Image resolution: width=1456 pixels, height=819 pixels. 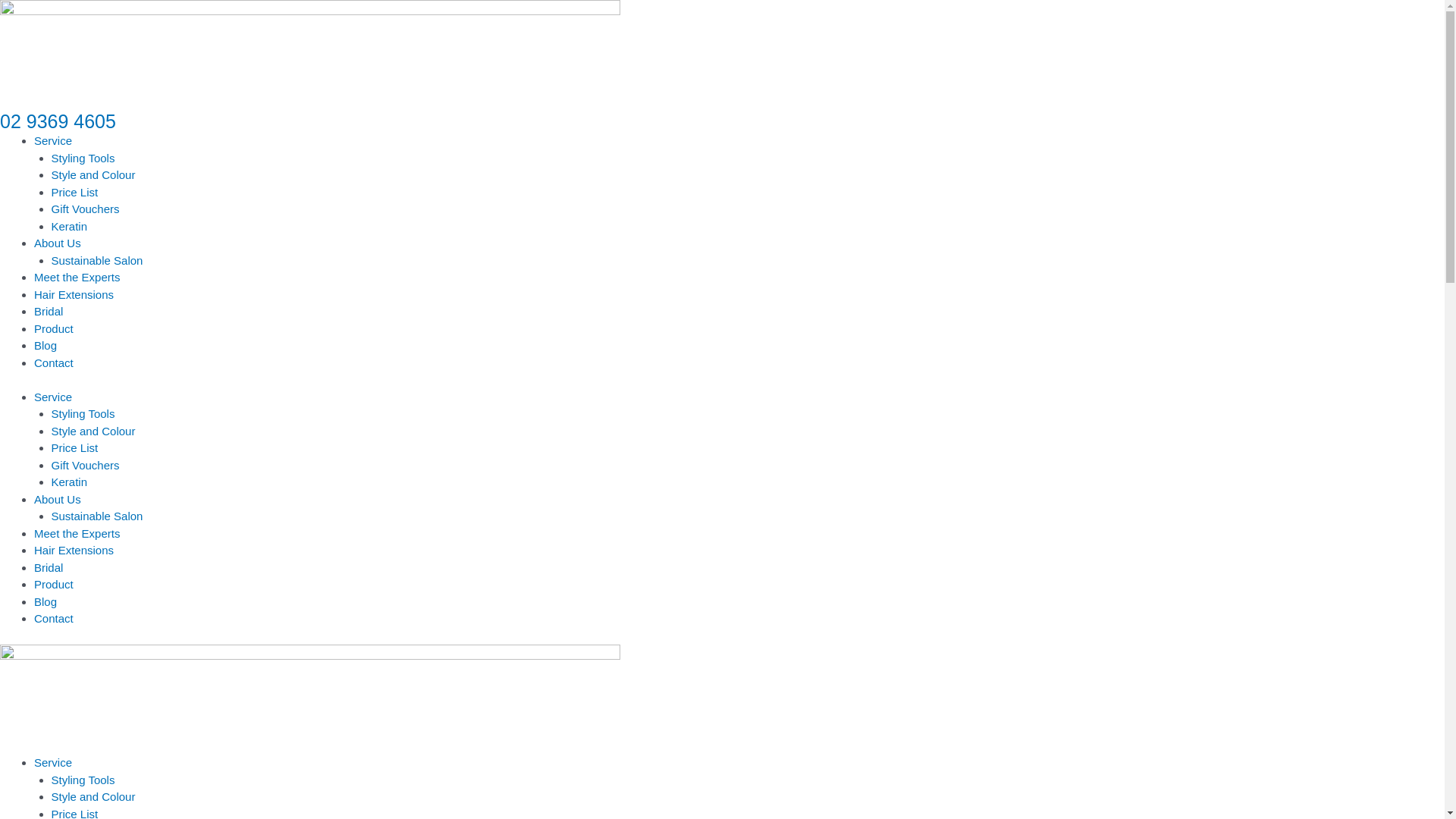 What do you see at coordinates (85, 209) in the screenshot?
I see `'Gift Vouchers'` at bounding box center [85, 209].